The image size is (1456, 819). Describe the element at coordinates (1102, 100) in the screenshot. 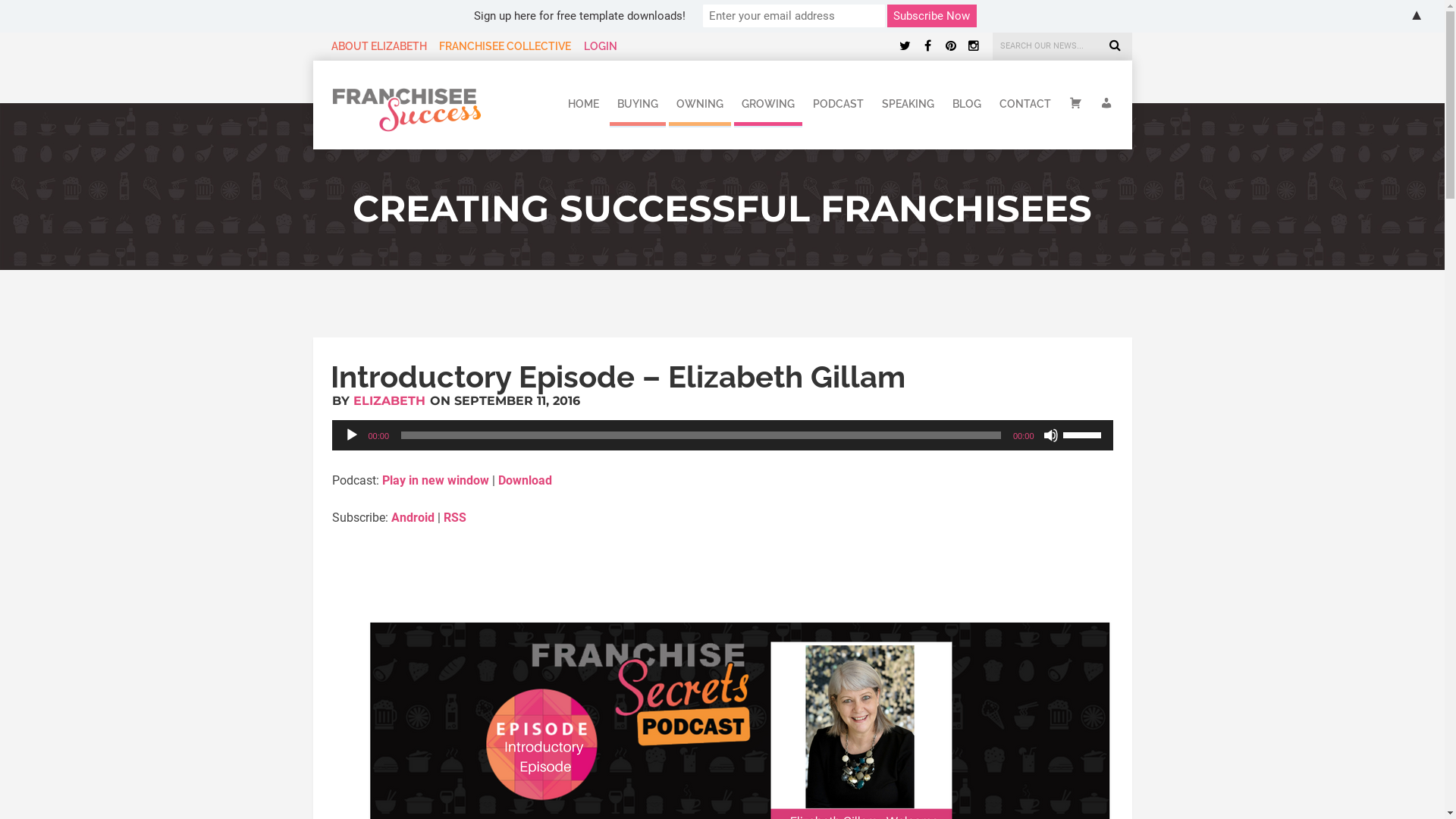

I see `'MY ACCOUNT'` at that location.